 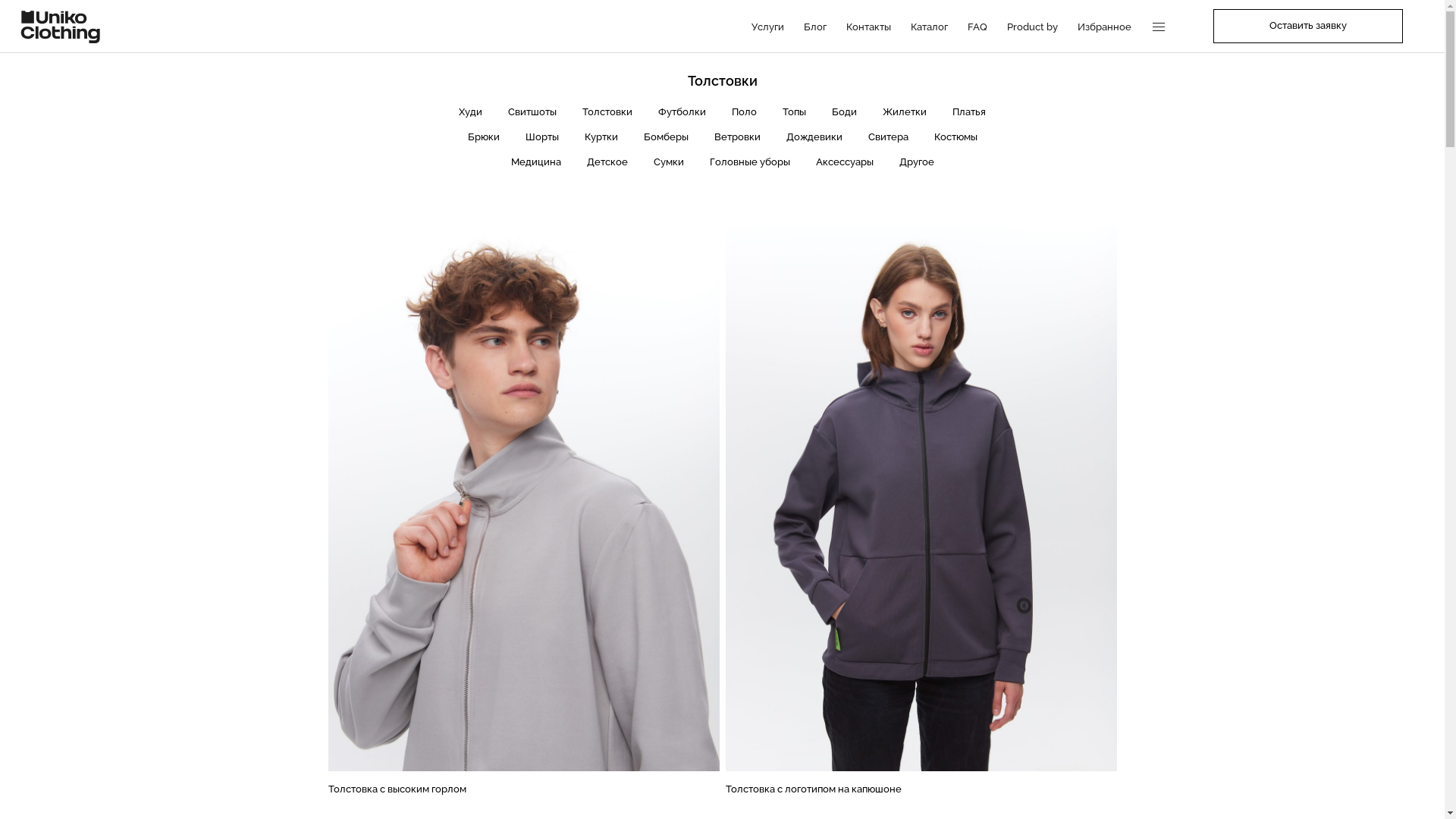 What do you see at coordinates (1004, 26) in the screenshot?
I see `'Product by'` at bounding box center [1004, 26].